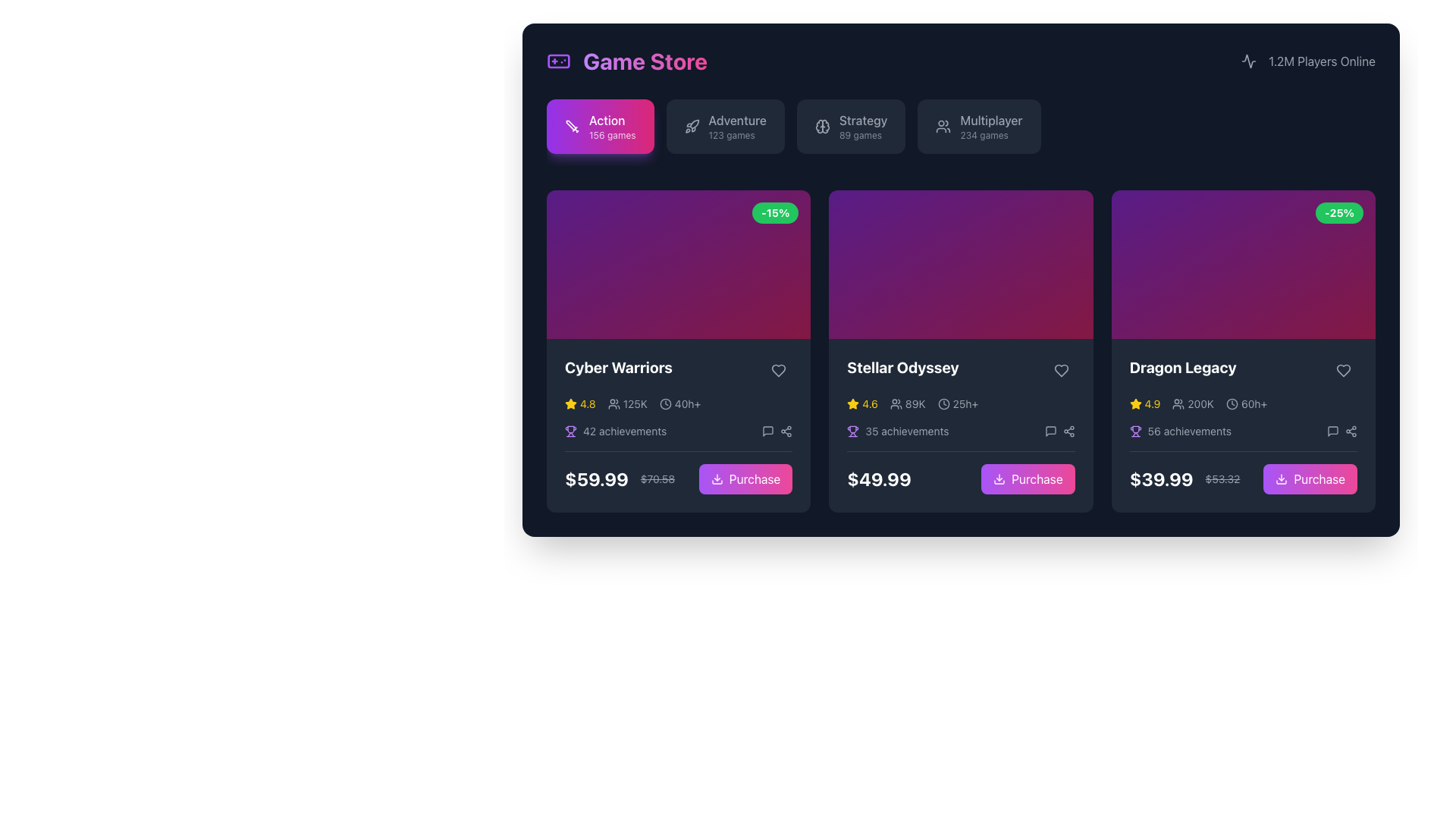 The image size is (1456, 819). What do you see at coordinates (755, 479) in the screenshot?
I see `the 'Purchase' button with a gradient background in the Cyber Warriors card to trigger hover effects` at bounding box center [755, 479].